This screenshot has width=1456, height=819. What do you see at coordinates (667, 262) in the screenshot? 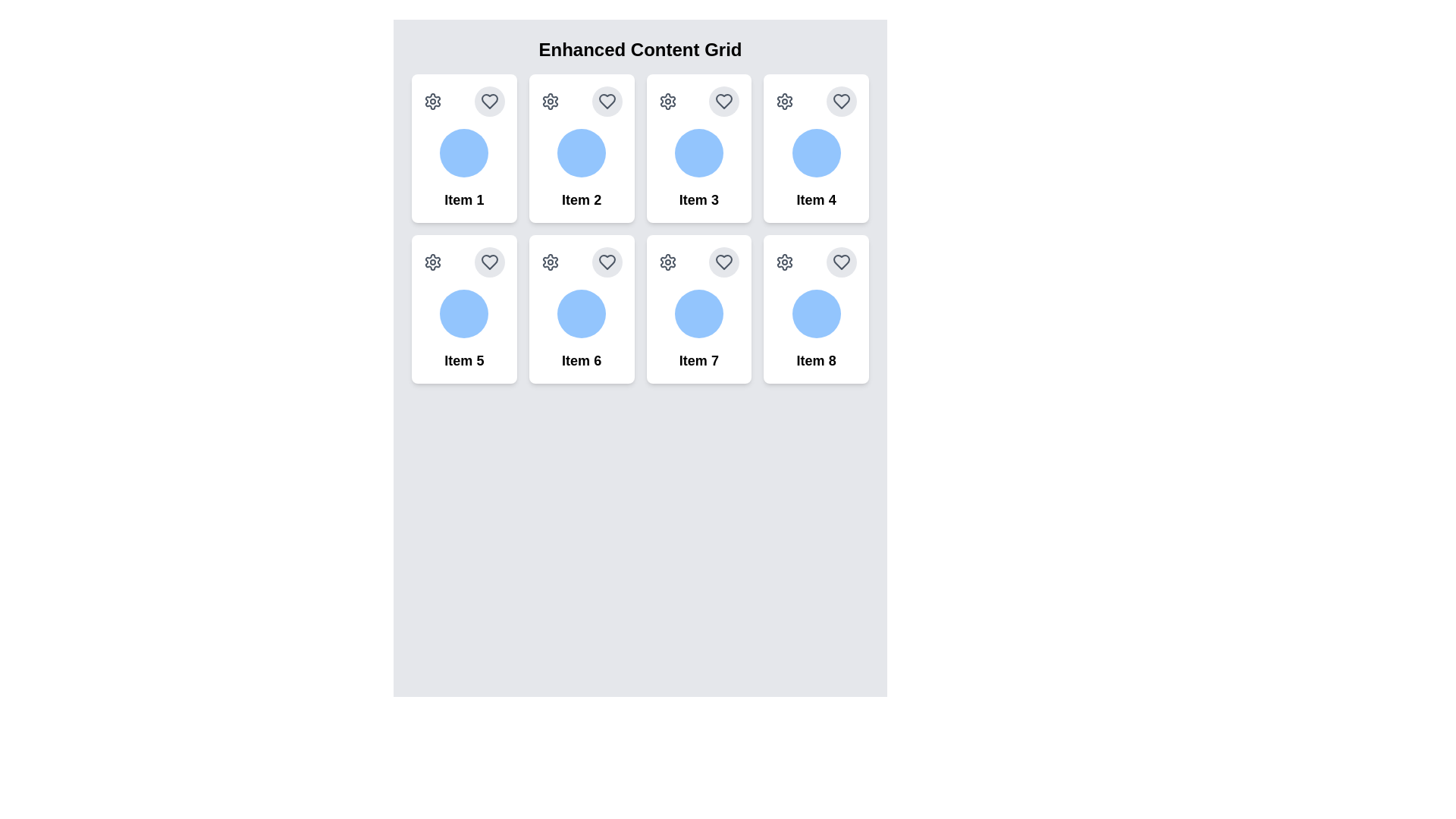
I see `the gear-shaped settings icon located at the top-left corner of the card labeled 'Item 7'` at bounding box center [667, 262].